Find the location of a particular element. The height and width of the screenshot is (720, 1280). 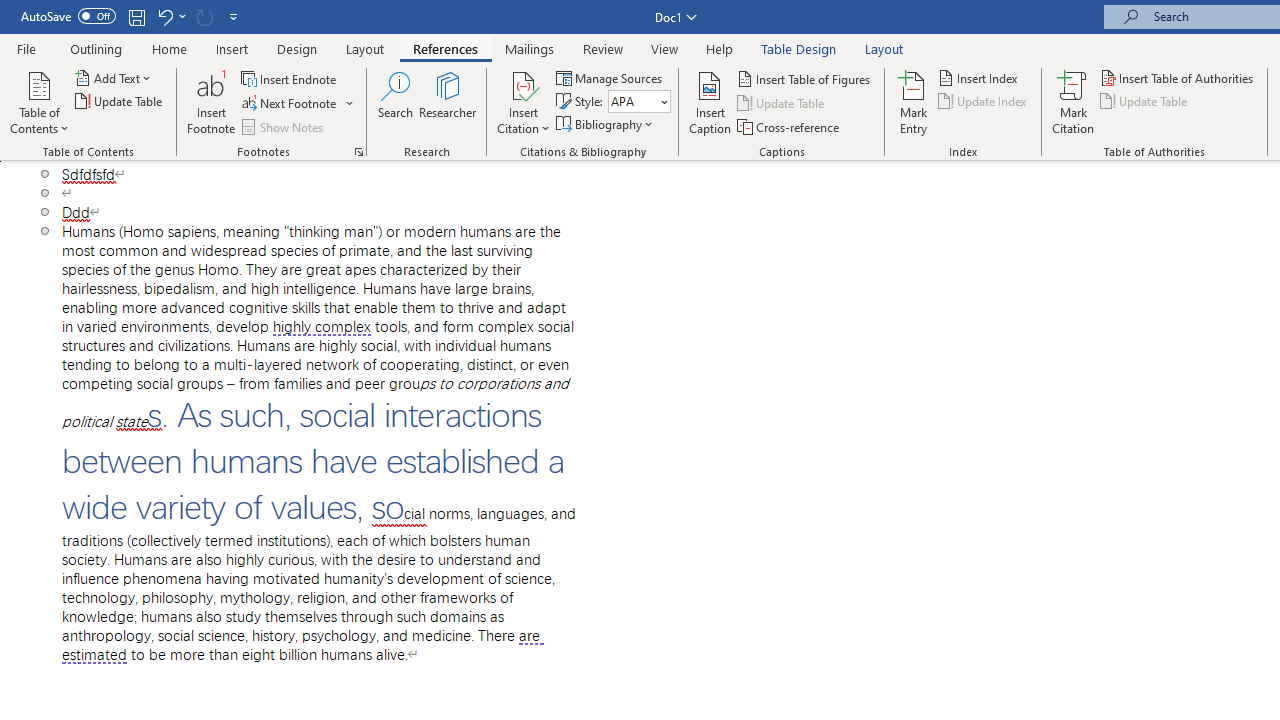

'Insert Caption...' is located at coordinates (710, 103).